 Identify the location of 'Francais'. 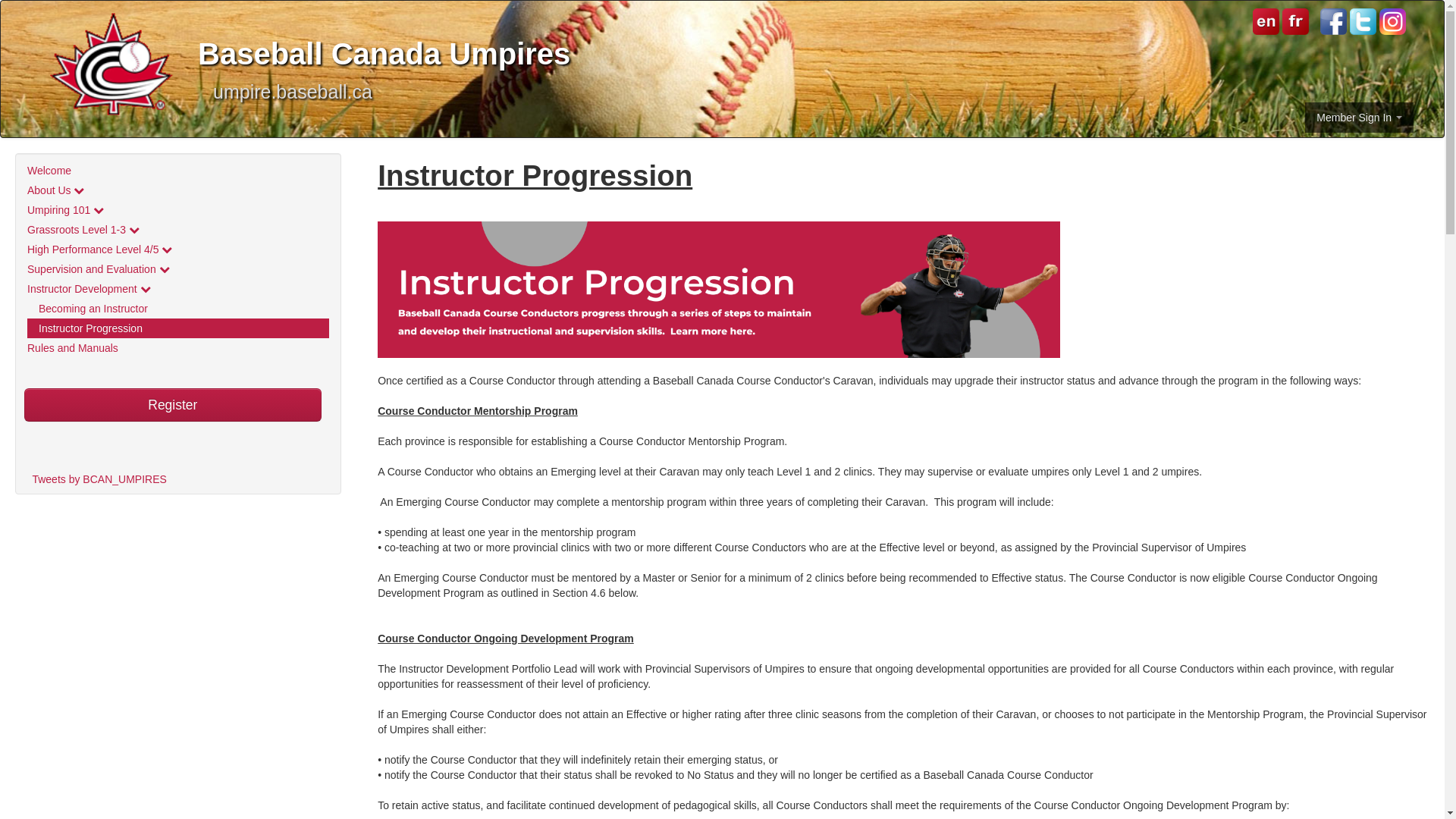
(1293, 20).